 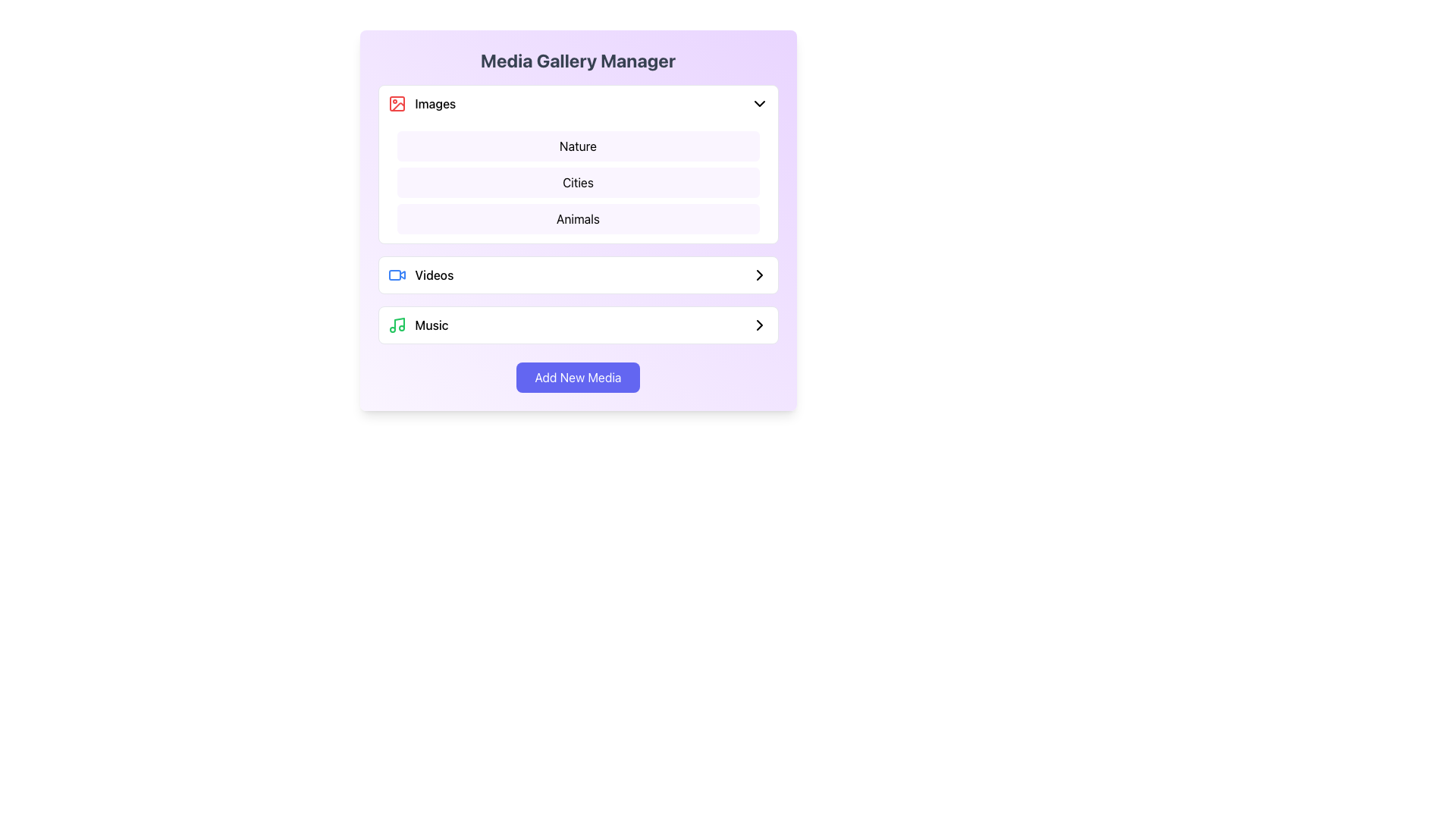 I want to click on the video icon located in the second row of the media type listings within the 'Media Gallery Manager' interface, immediately to the left of the text 'Videos', so click(x=397, y=275).